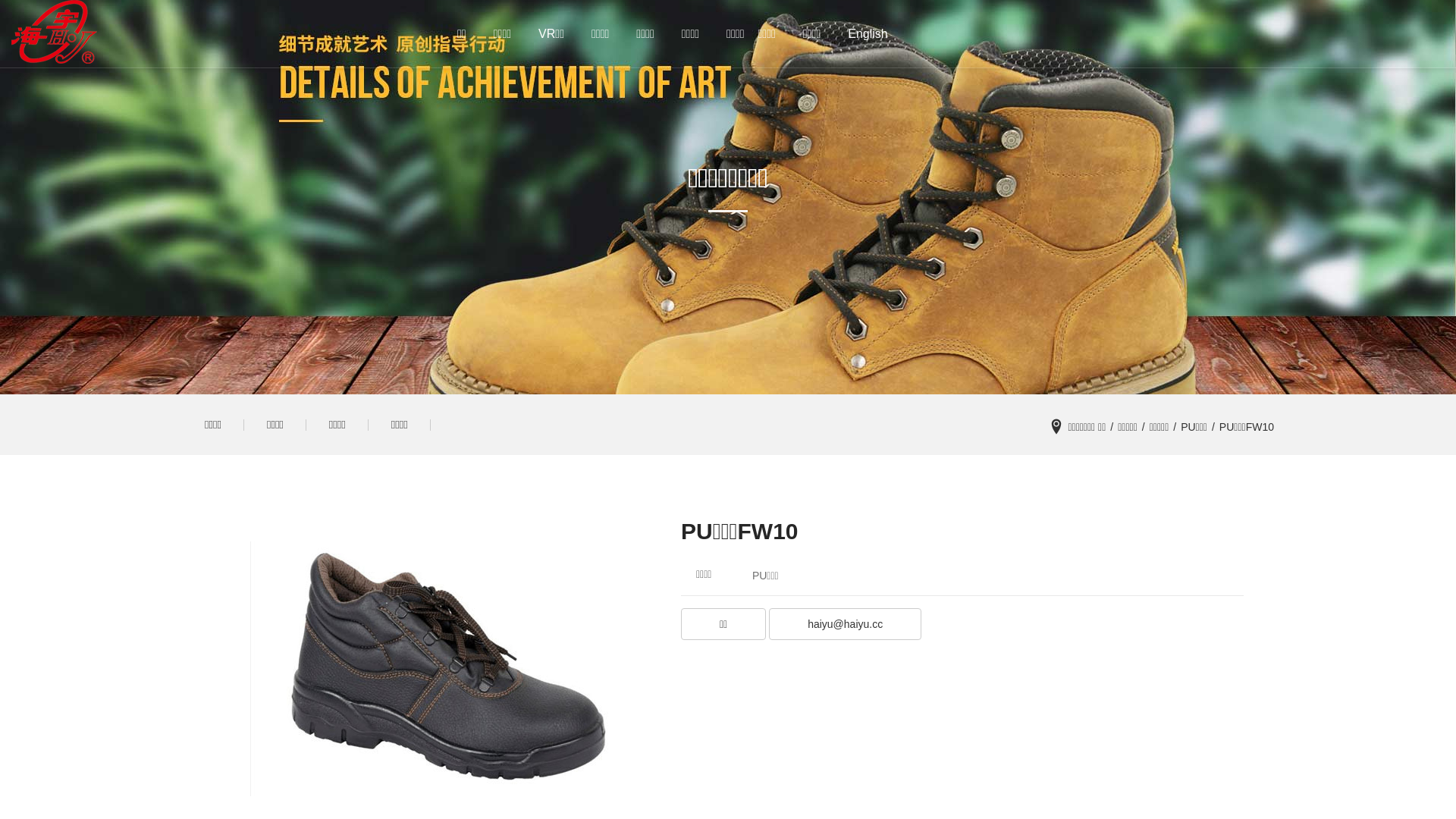  Describe the element at coordinates (844, 626) in the screenshot. I see `'haiyu@haiyu.cc'` at that location.